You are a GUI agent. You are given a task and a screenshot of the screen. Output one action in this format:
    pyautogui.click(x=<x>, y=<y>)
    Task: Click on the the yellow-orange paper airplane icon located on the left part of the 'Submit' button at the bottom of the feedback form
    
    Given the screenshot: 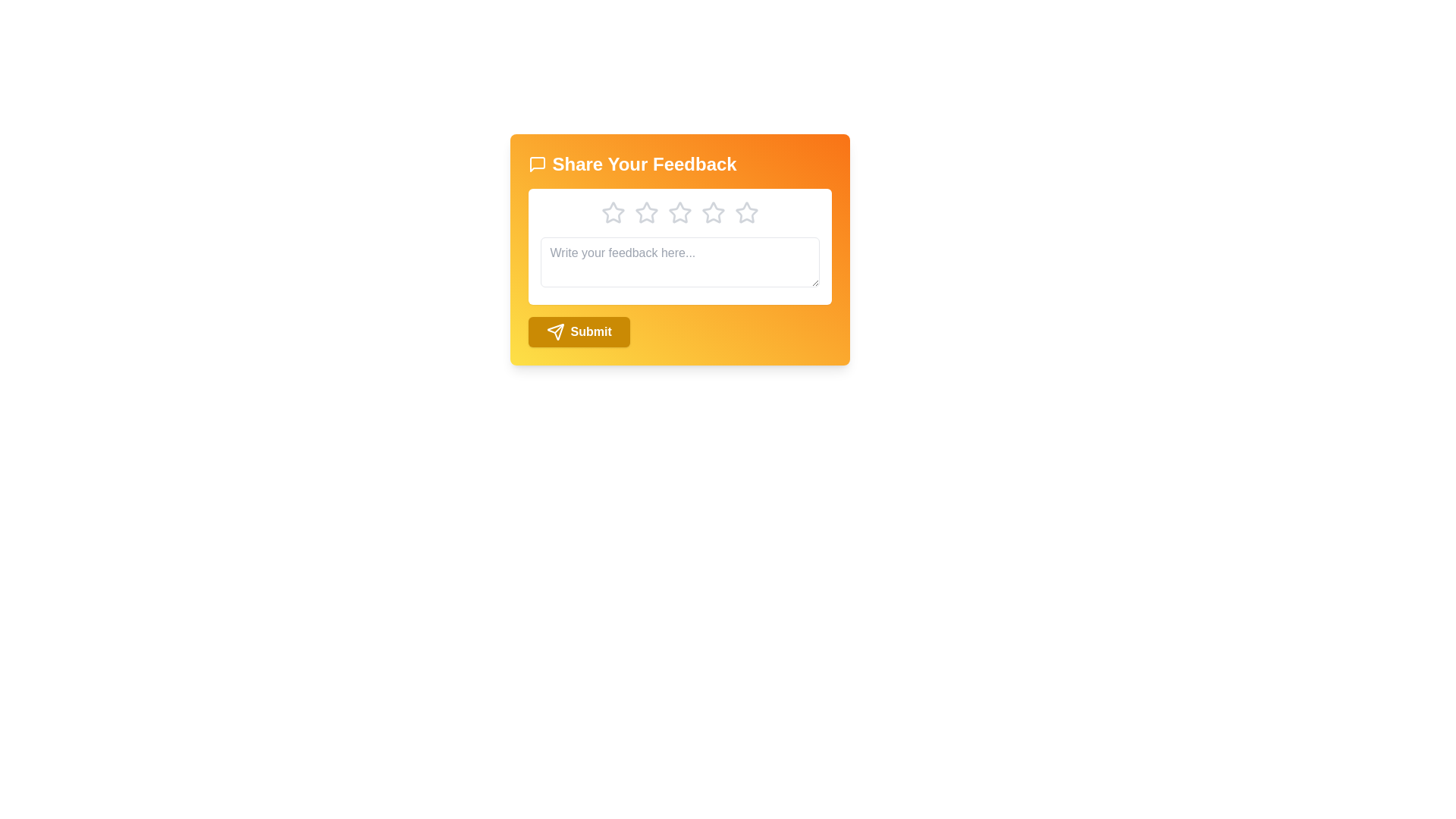 What is the action you would take?
    pyautogui.click(x=554, y=331)
    